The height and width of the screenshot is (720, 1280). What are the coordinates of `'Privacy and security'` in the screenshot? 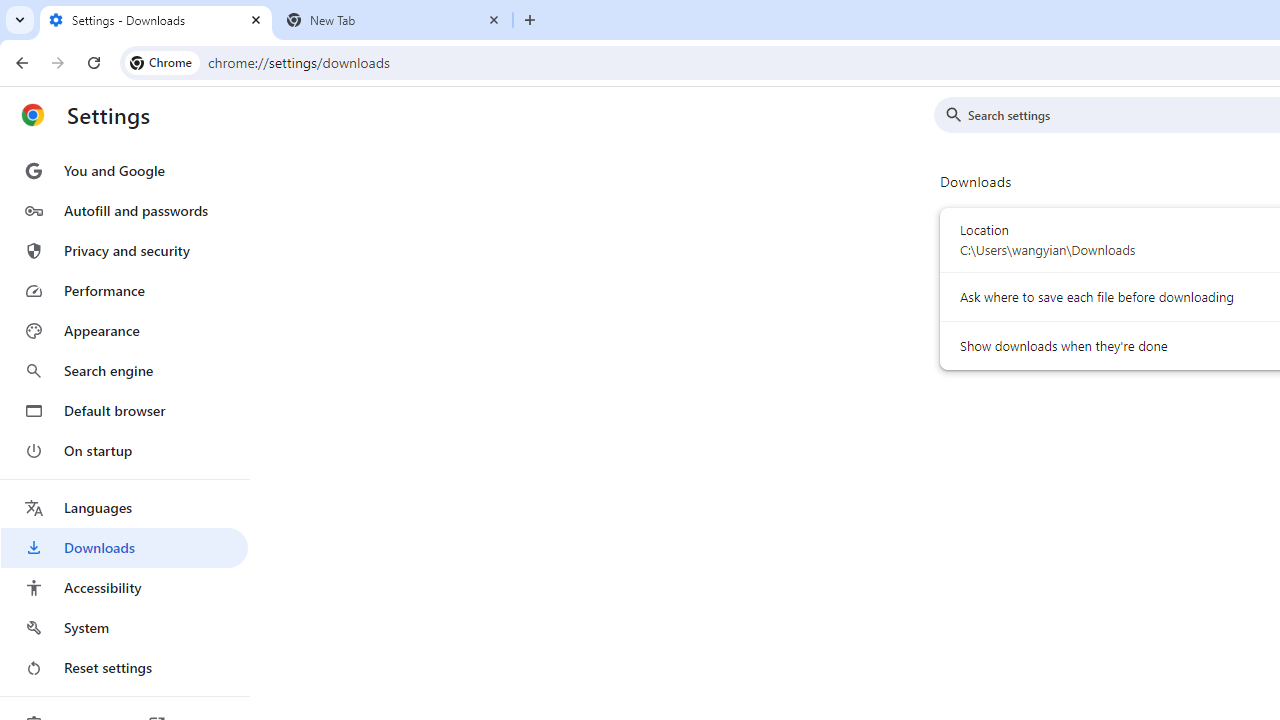 It's located at (123, 249).